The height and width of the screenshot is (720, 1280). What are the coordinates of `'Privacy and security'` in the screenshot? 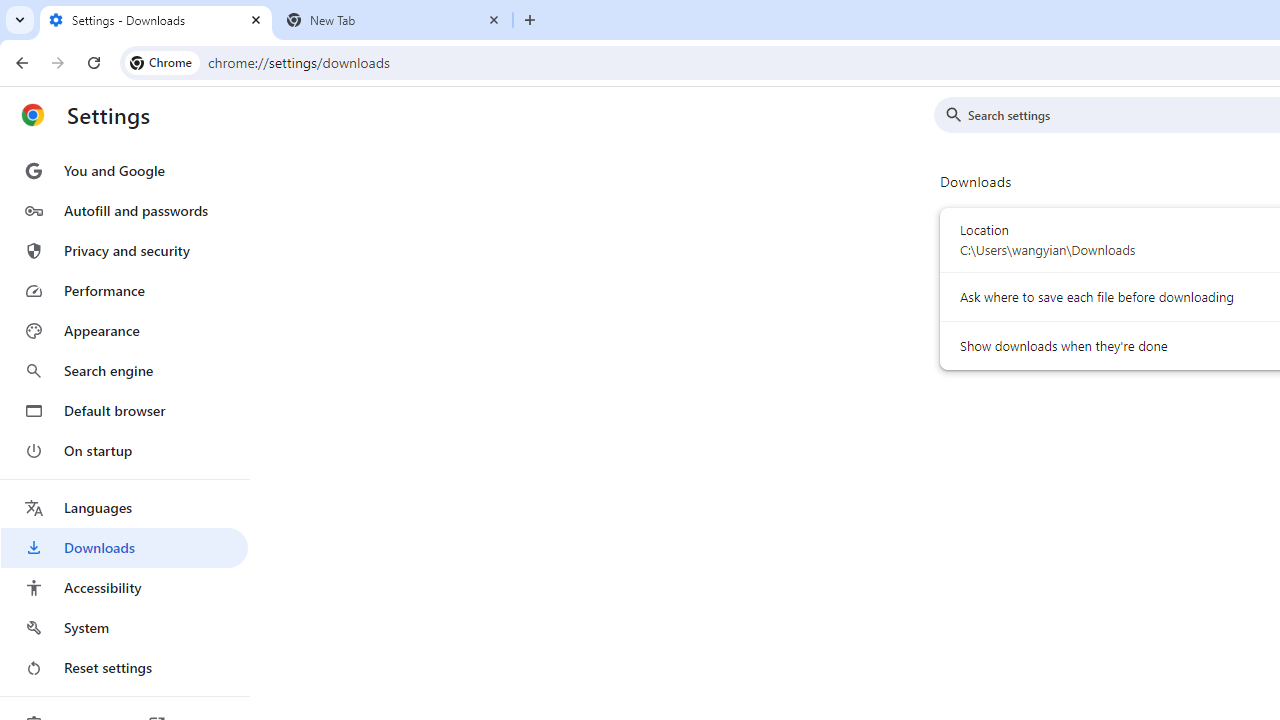 It's located at (123, 249).